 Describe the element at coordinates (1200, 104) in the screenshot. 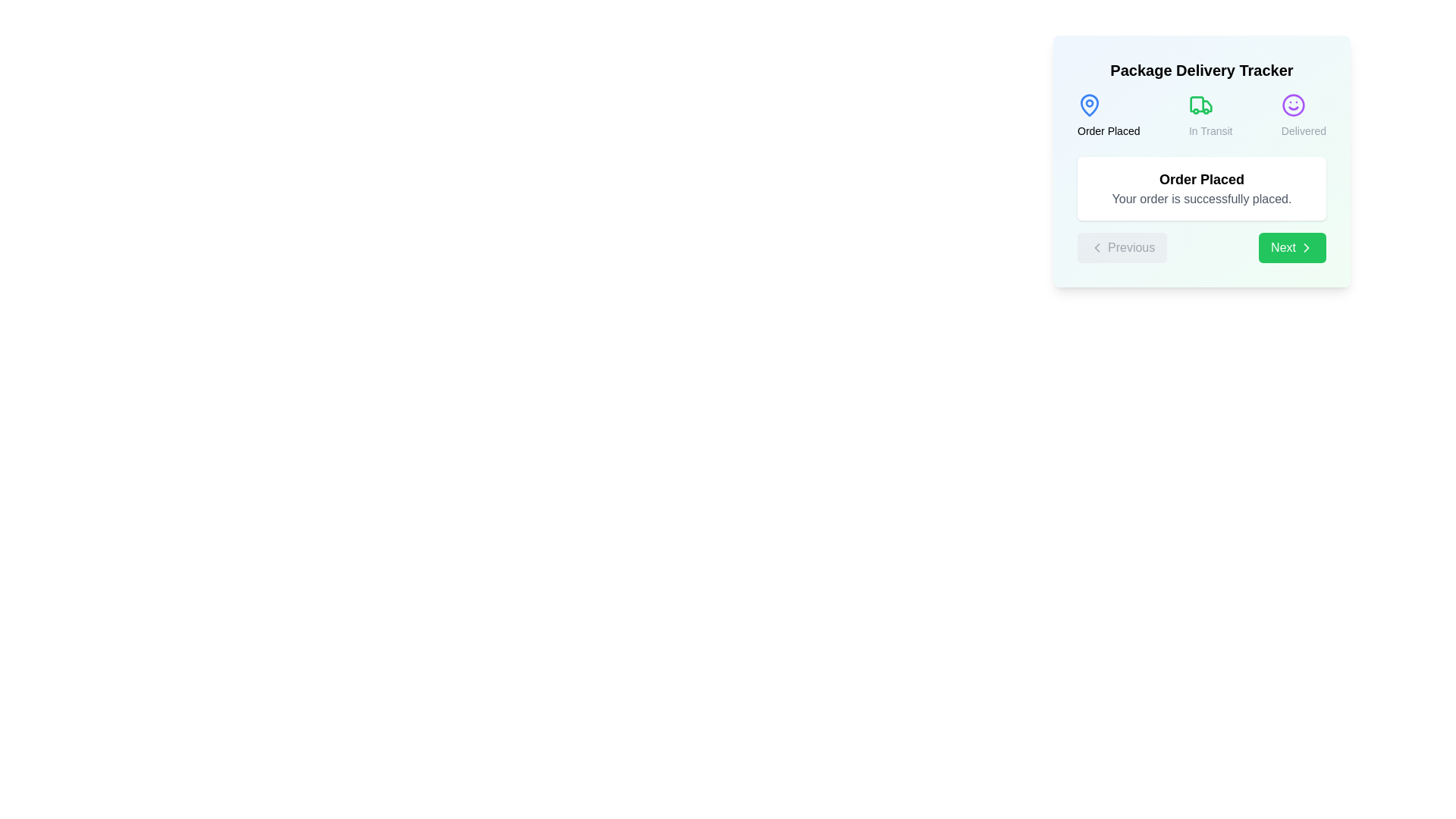

I see `the step icon corresponding to In Transit to view its tooltip` at that location.